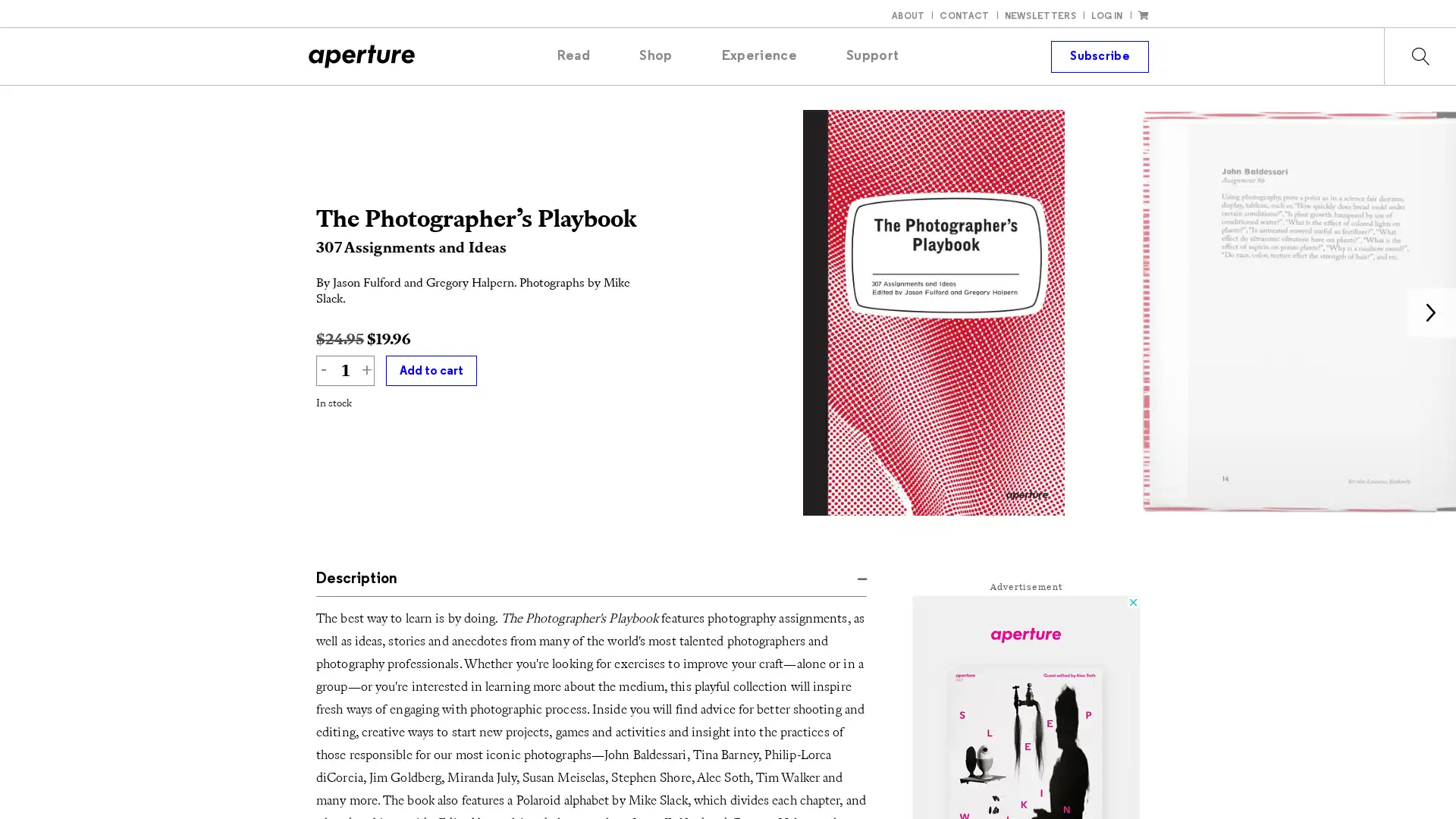  I want to click on +, so click(366, 371).